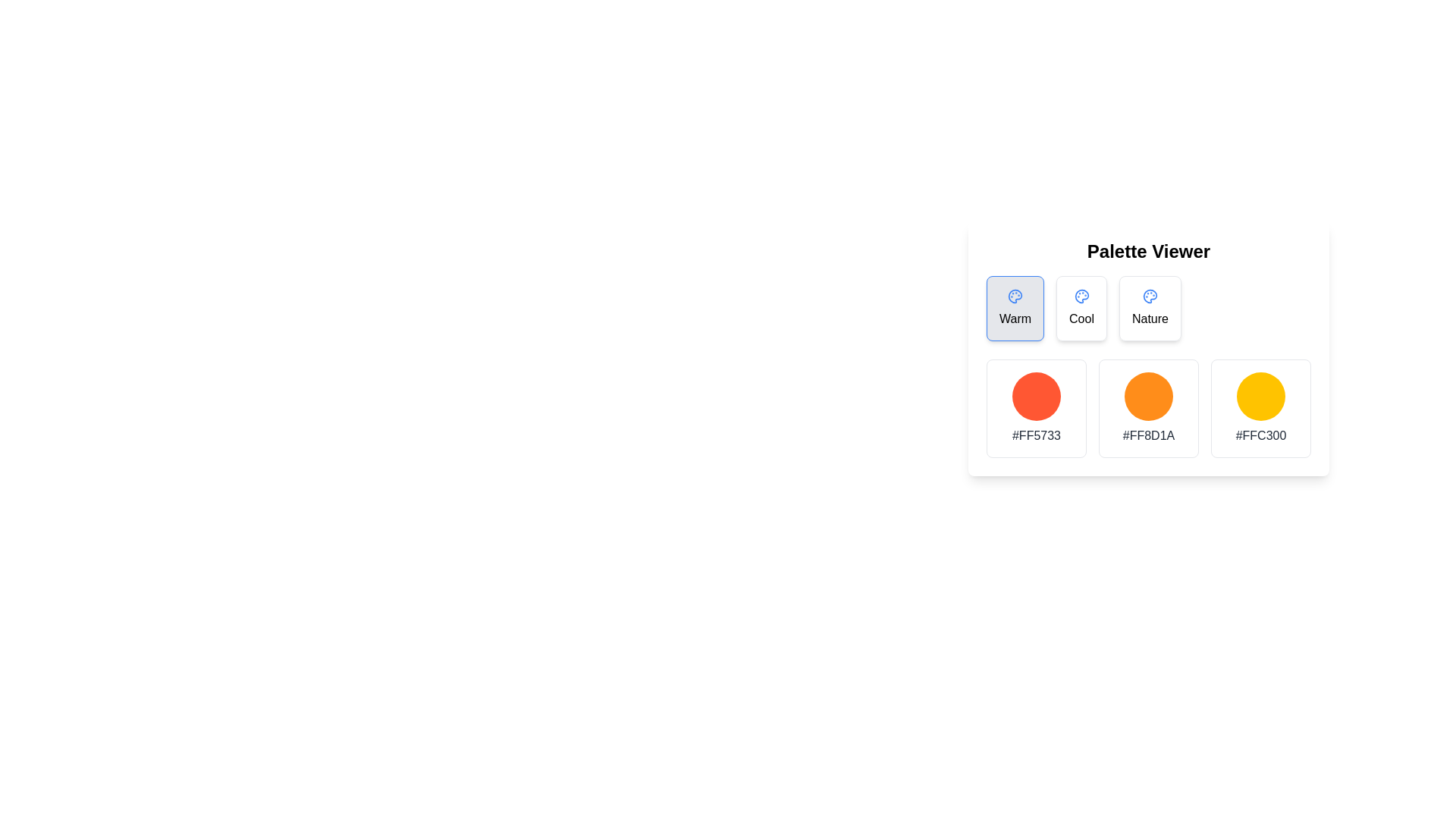  I want to click on the leftmost icon representing the 'Warm' palette option under the 'Palette Viewer' section, so click(1015, 296).